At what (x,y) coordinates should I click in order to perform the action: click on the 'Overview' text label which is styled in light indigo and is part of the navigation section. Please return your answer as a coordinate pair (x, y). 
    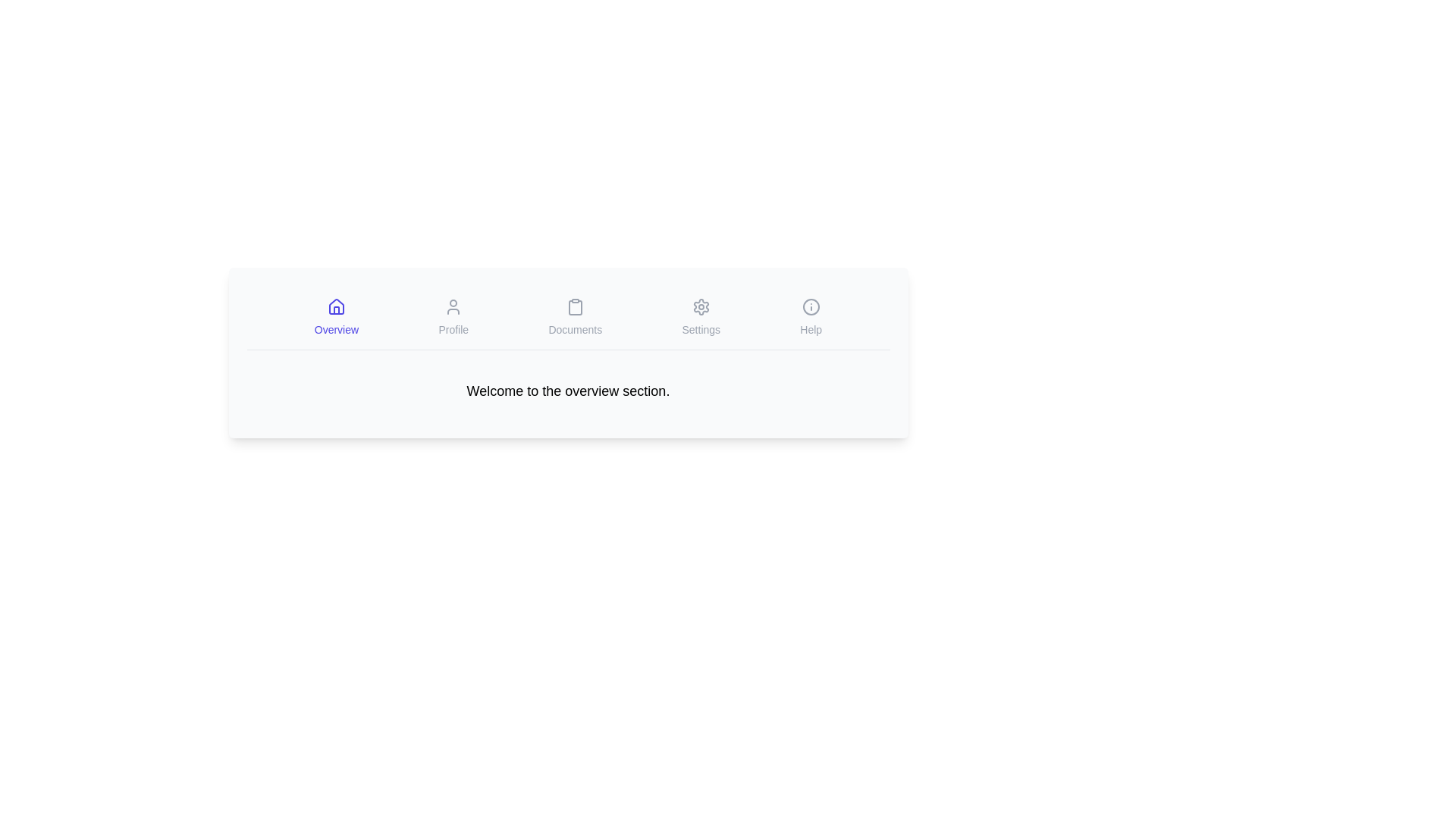
    Looking at the image, I should click on (335, 329).